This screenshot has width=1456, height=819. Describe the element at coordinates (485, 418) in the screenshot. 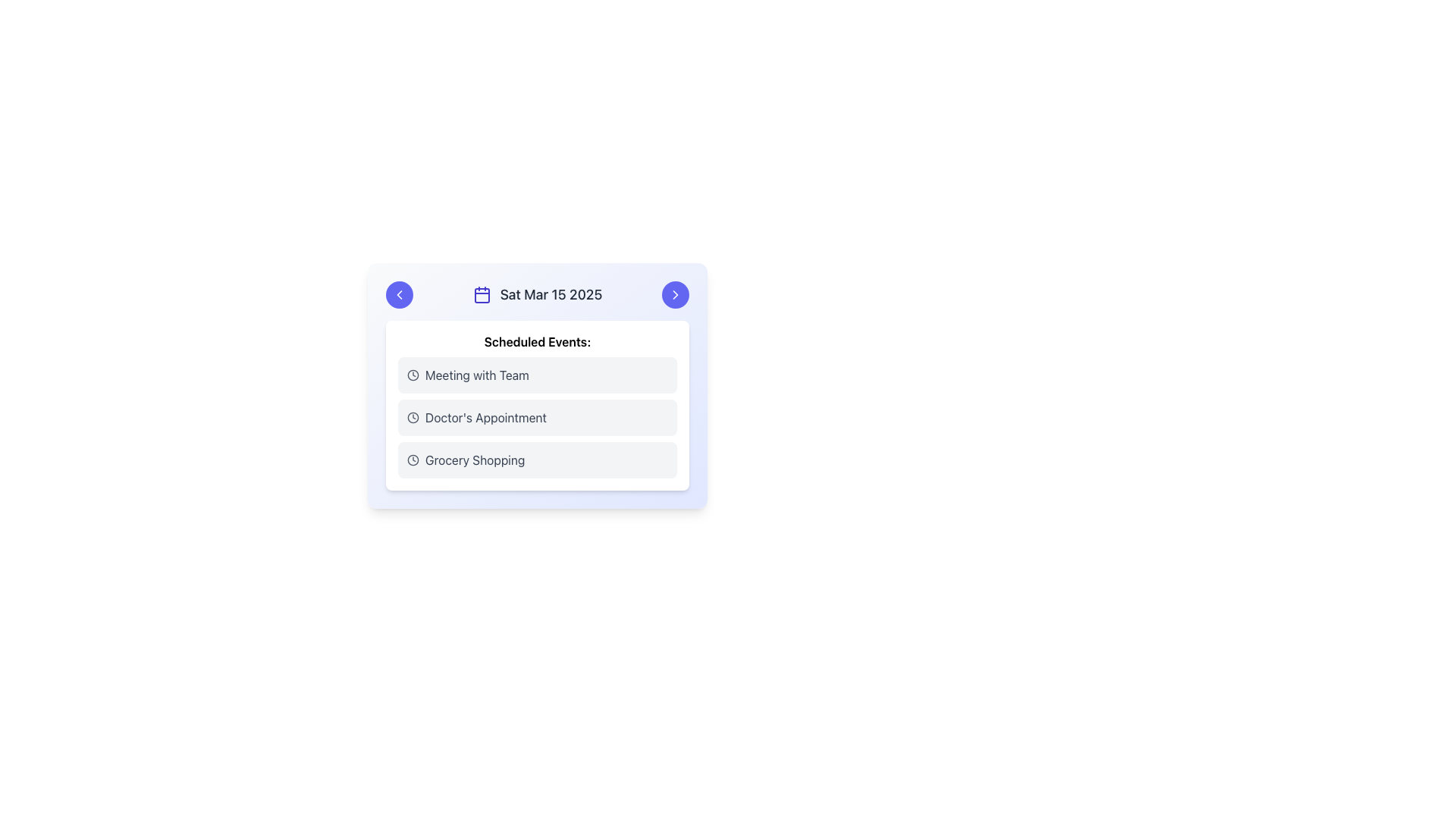

I see `the text label representing an individual scheduled appointment located in the middle of the list under 'Scheduled Events'` at that location.